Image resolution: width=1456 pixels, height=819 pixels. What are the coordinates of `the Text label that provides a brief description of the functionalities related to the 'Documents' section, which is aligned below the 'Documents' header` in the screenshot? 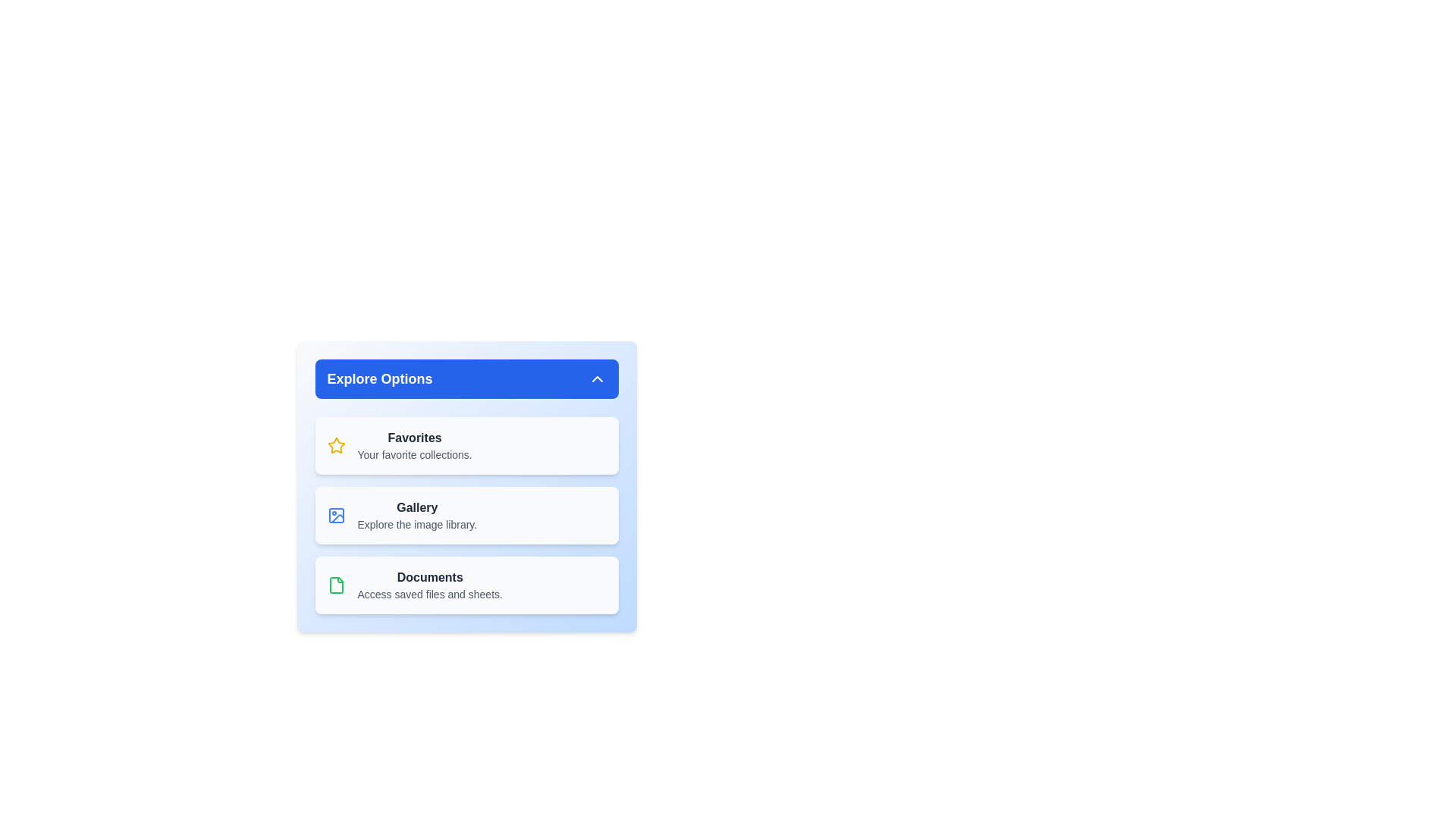 It's located at (429, 593).